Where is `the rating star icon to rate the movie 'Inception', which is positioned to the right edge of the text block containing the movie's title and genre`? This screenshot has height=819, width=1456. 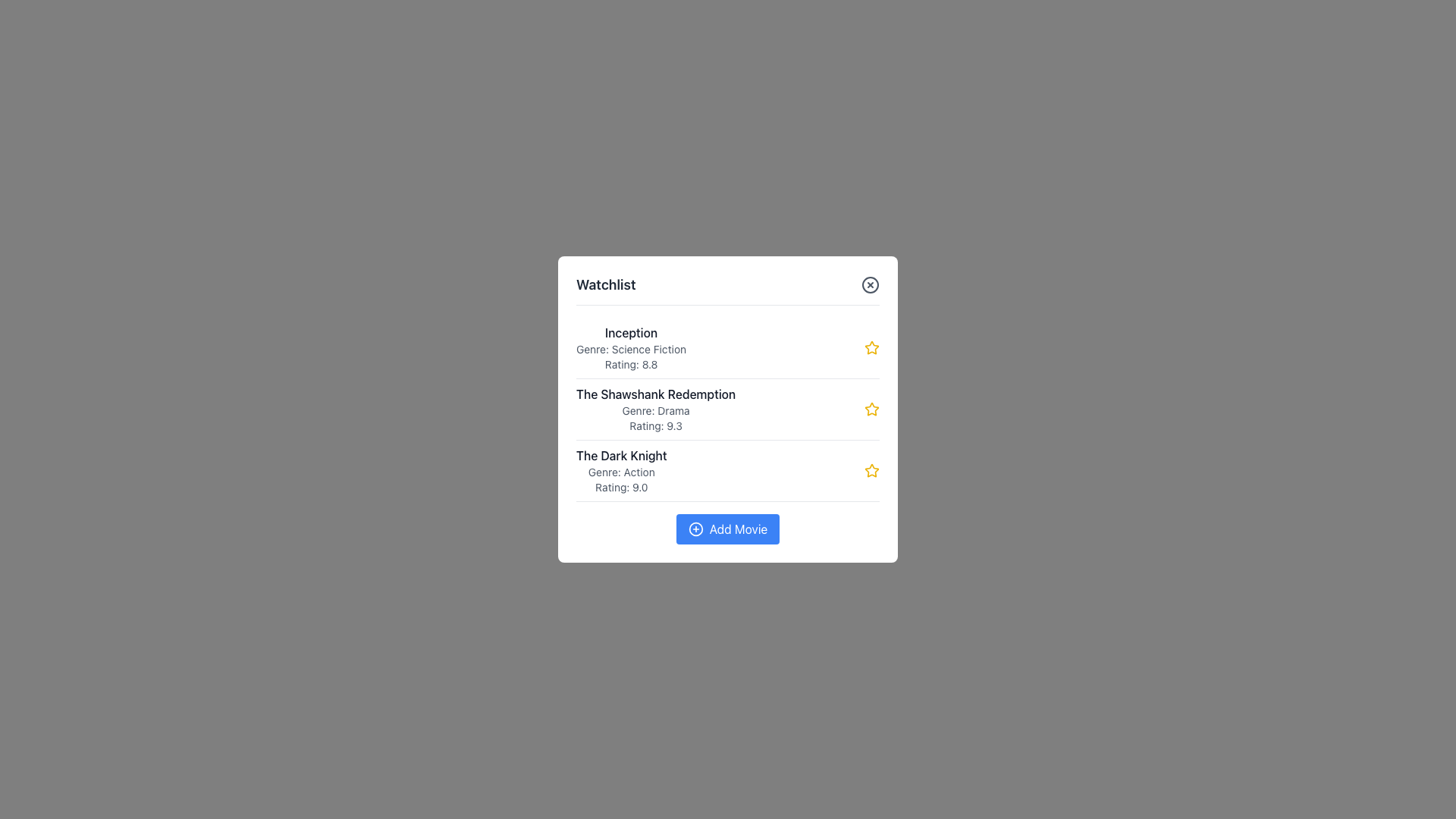 the rating star icon to rate the movie 'Inception', which is positioned to the right edge of the text block containing the movie's title and genre is located at coordinates (872, 348).